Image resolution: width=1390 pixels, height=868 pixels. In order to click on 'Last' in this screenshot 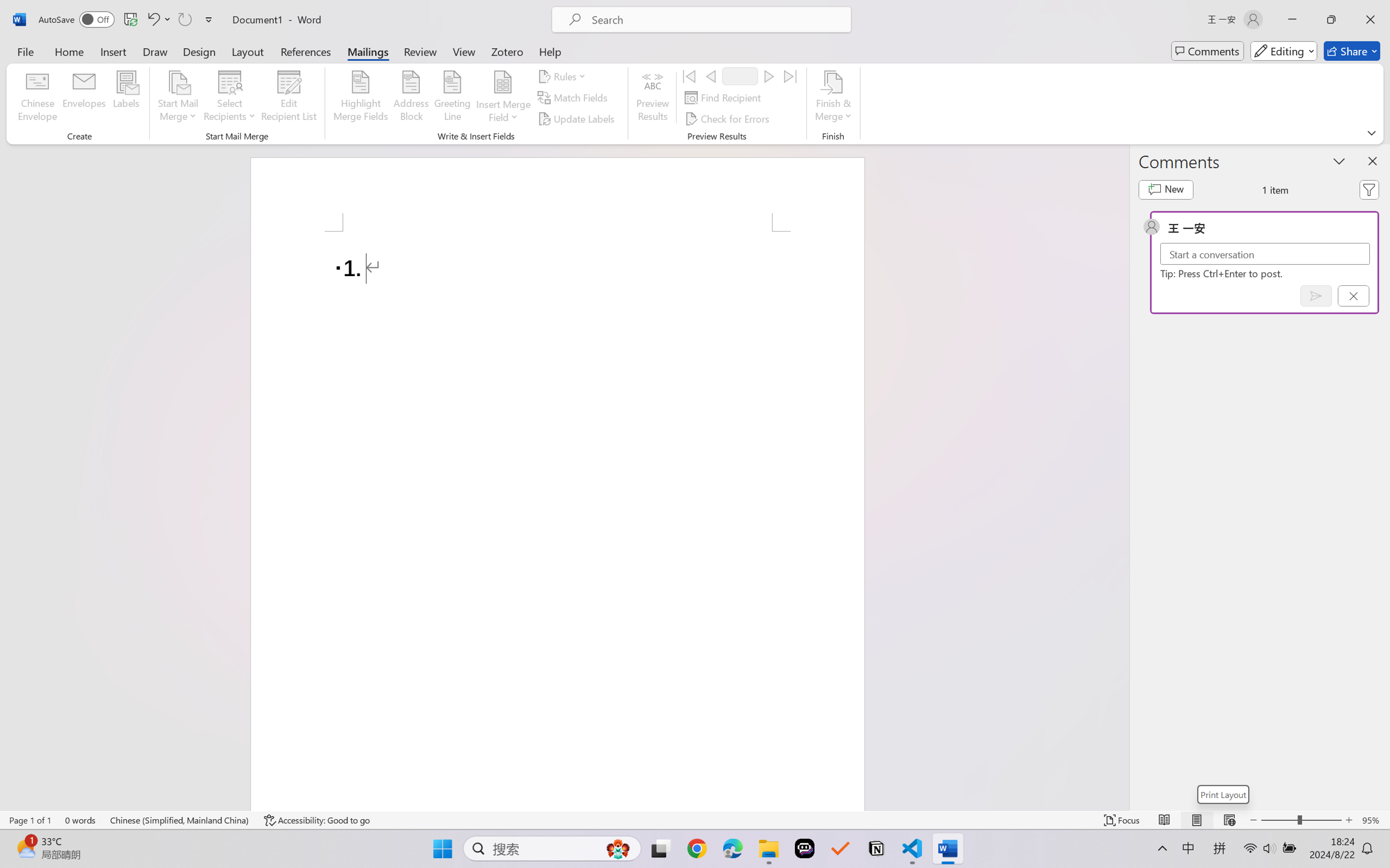, I will do `click(790, 75)`.